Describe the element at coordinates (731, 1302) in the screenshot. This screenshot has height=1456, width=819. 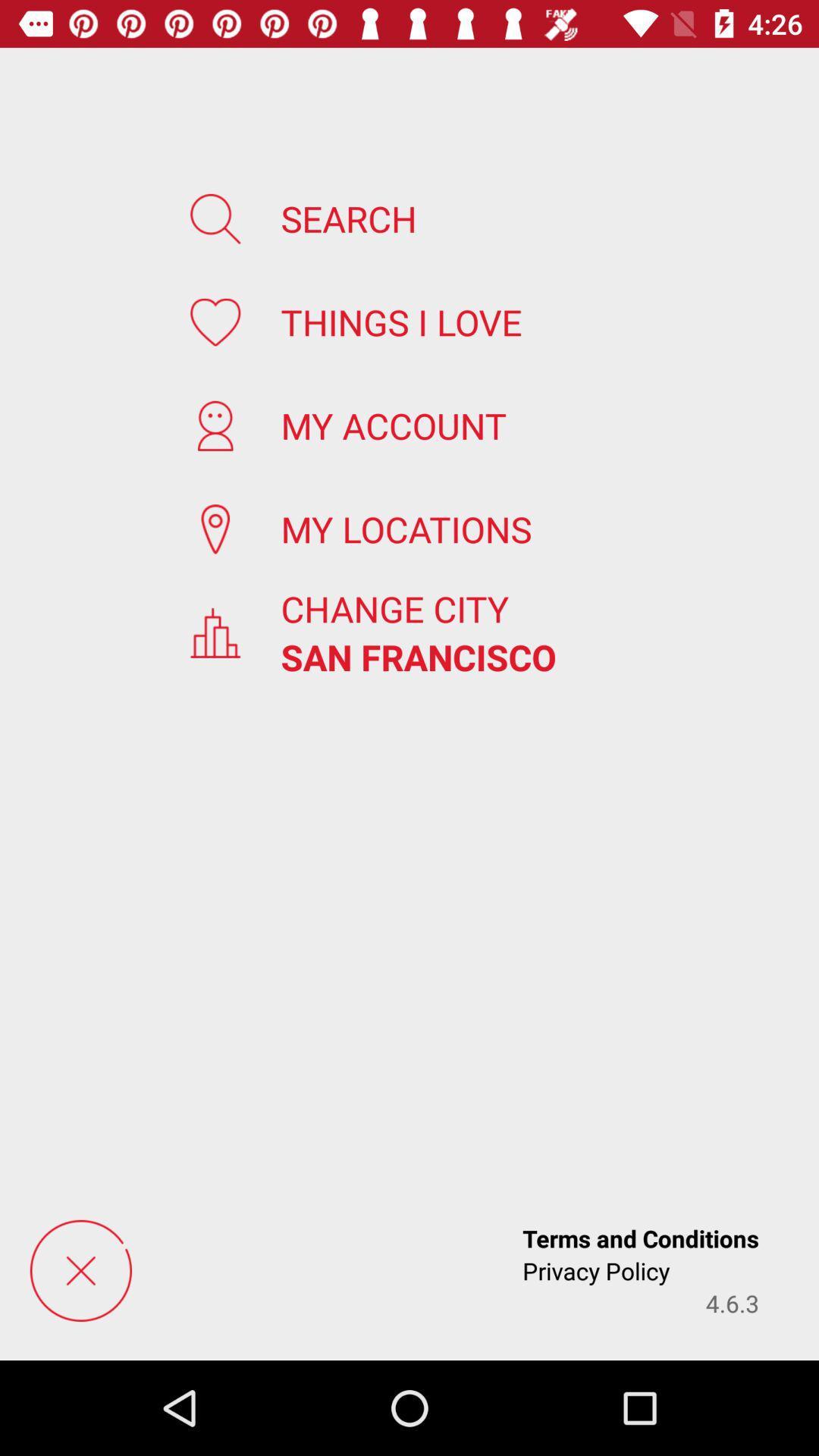
I see `item next to the privacy policy item` at that location.